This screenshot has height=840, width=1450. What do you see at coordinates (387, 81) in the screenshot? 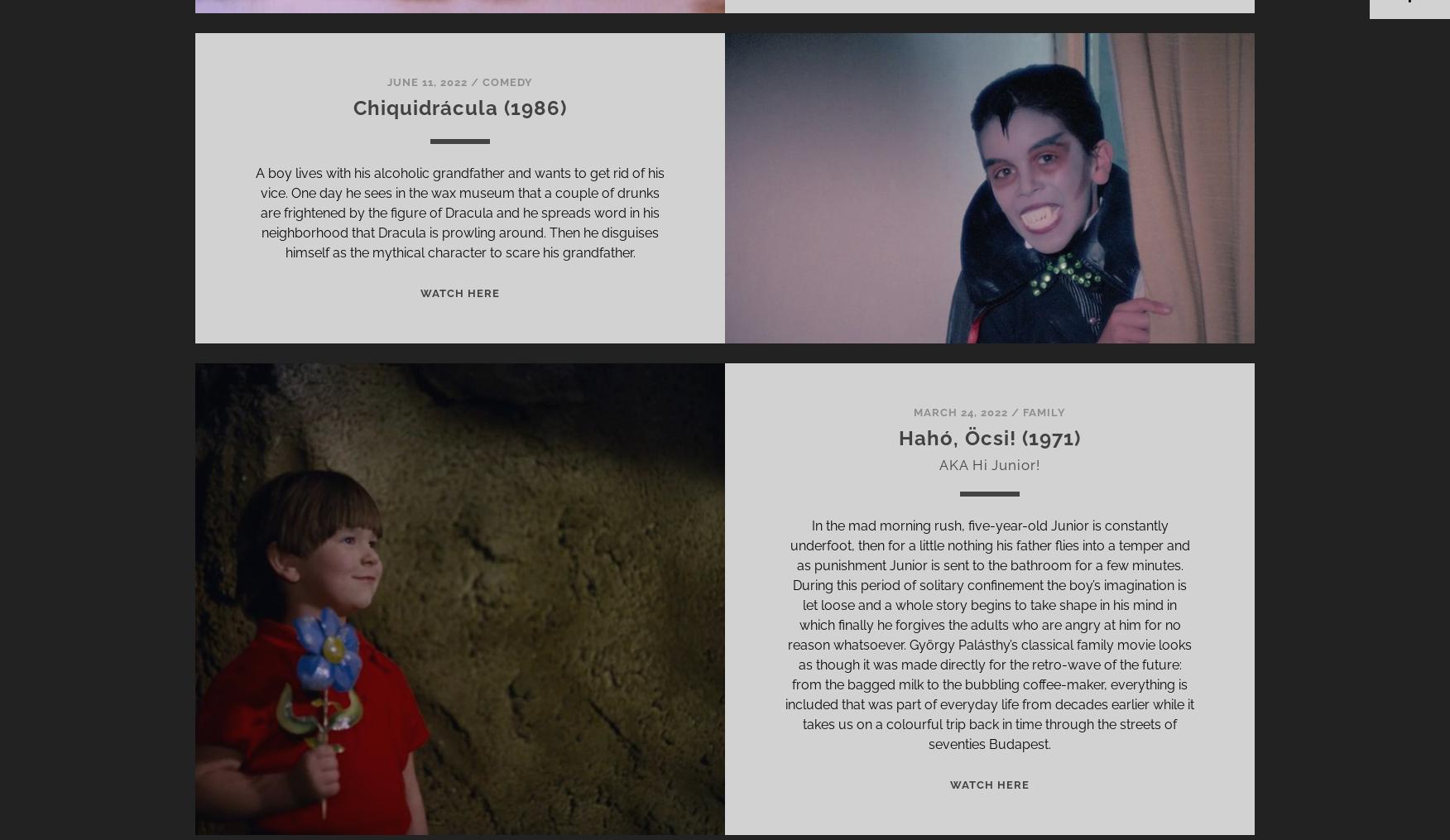
I see `'June 11, 2022'` at bounding box center [387, 81].